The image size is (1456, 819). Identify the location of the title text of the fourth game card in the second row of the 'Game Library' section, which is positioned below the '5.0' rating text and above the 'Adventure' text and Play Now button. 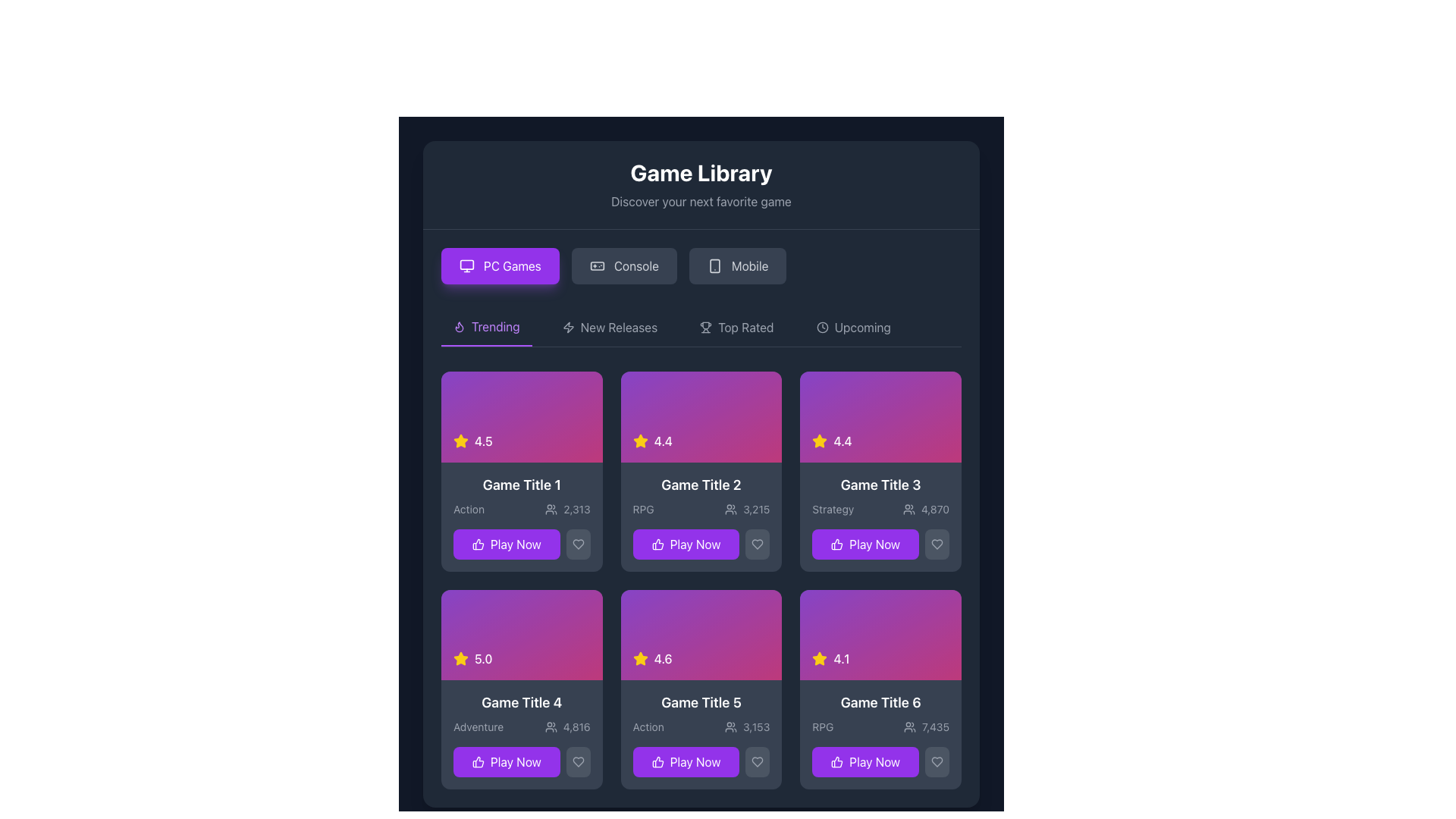
(522, 703).